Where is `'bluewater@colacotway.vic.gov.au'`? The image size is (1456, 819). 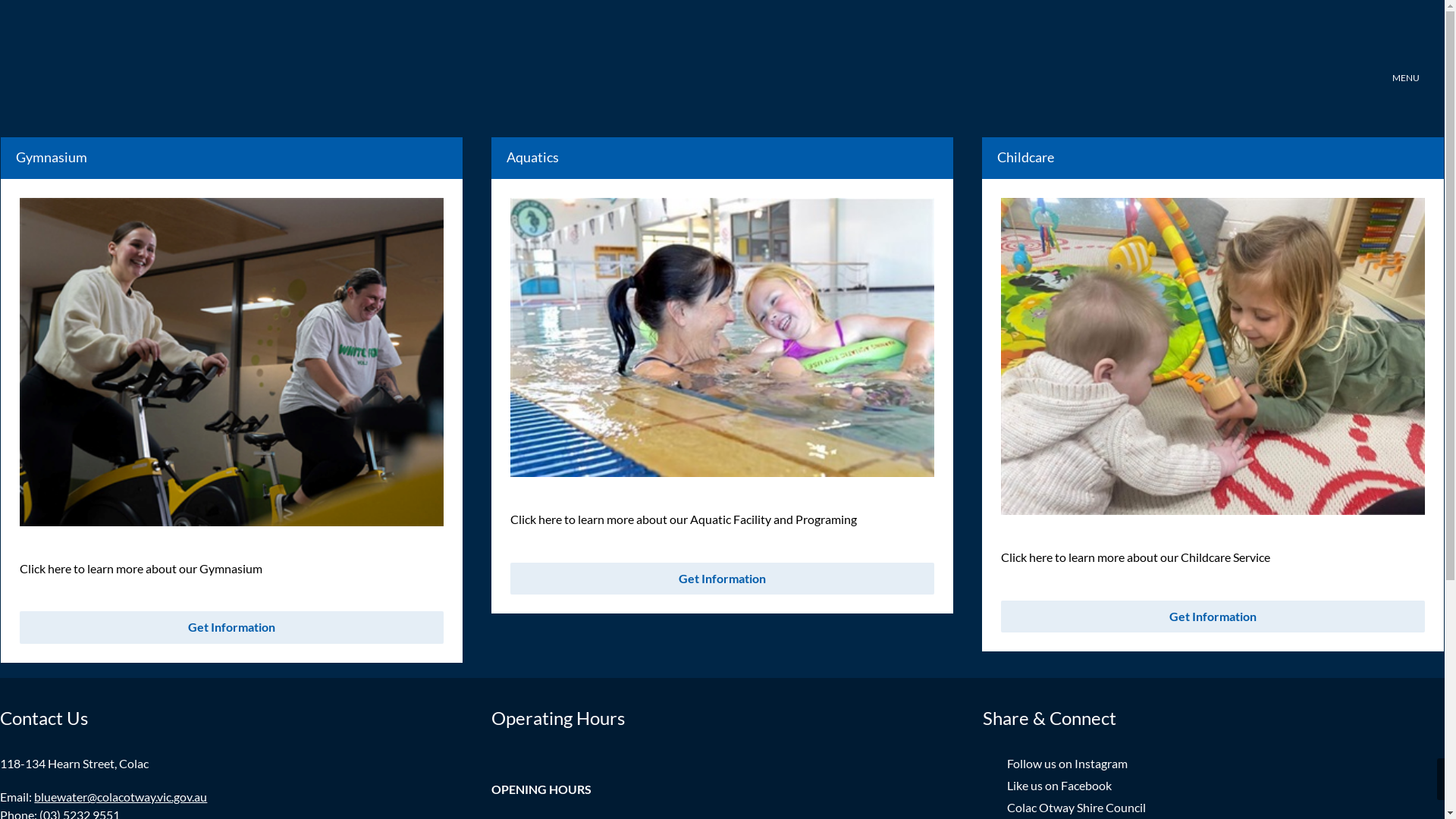
'bluewater@colacotway.vic.gov.au' is located at coordinates (119, 795).